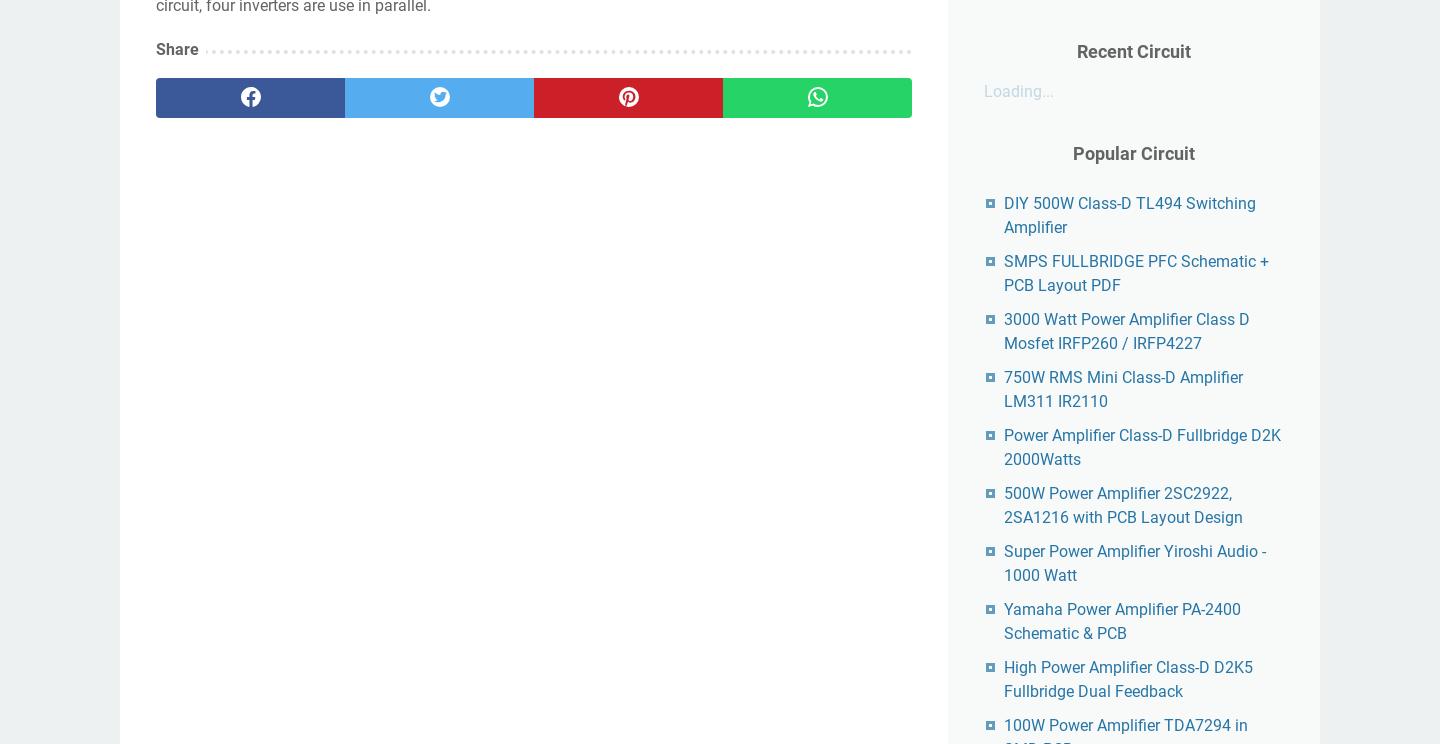  What do you see at coordinates (1127, 678) in the screenshot?
I see `'High Power Amplifier Class-D D2K5 Fullbridge Dual Feedback'` at bounding box center [1127, 678].